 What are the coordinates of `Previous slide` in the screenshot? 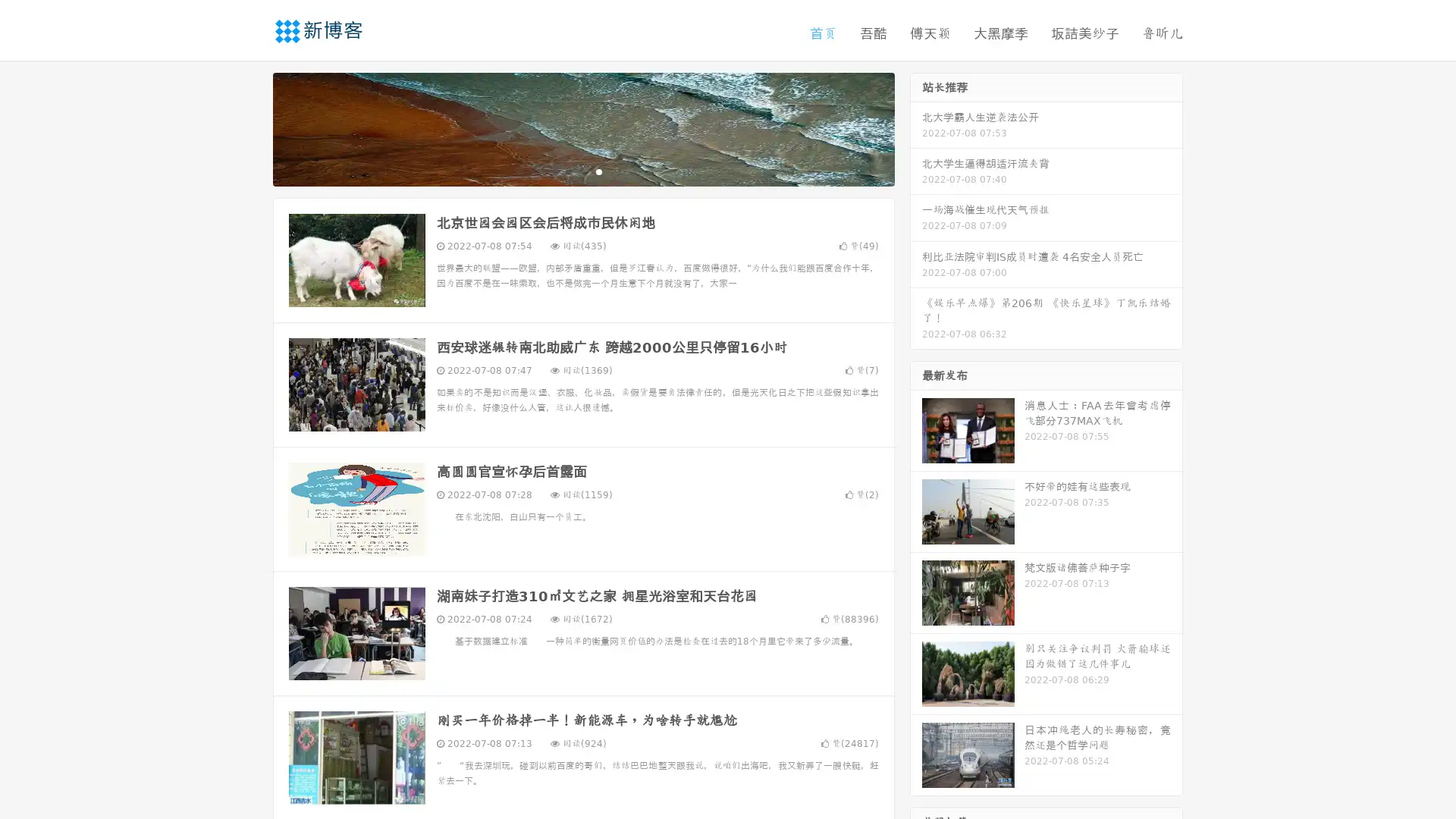 It's located at (250, 127).